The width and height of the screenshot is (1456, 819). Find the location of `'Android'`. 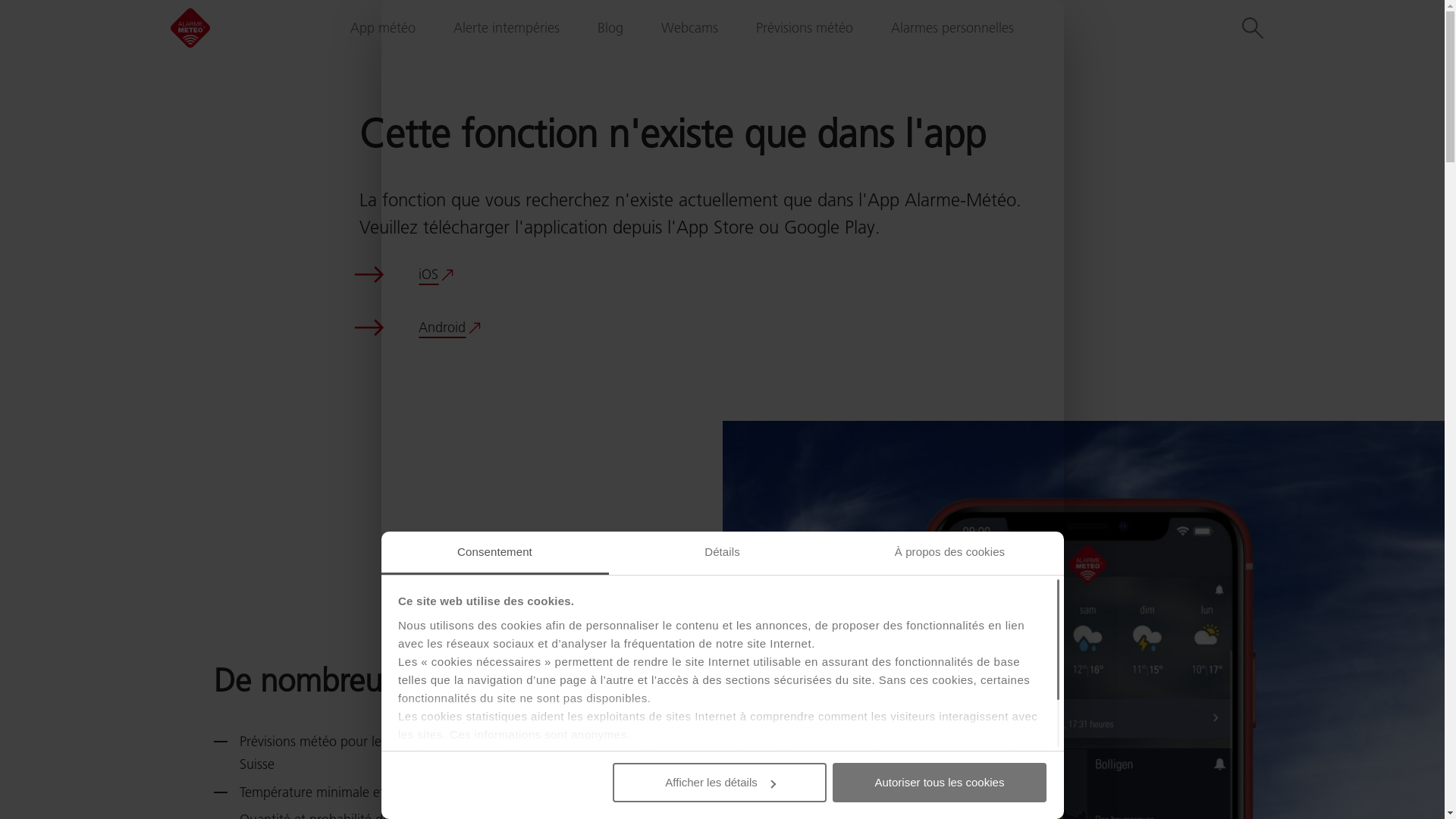

'Android' is located at coordinates (449, 327).